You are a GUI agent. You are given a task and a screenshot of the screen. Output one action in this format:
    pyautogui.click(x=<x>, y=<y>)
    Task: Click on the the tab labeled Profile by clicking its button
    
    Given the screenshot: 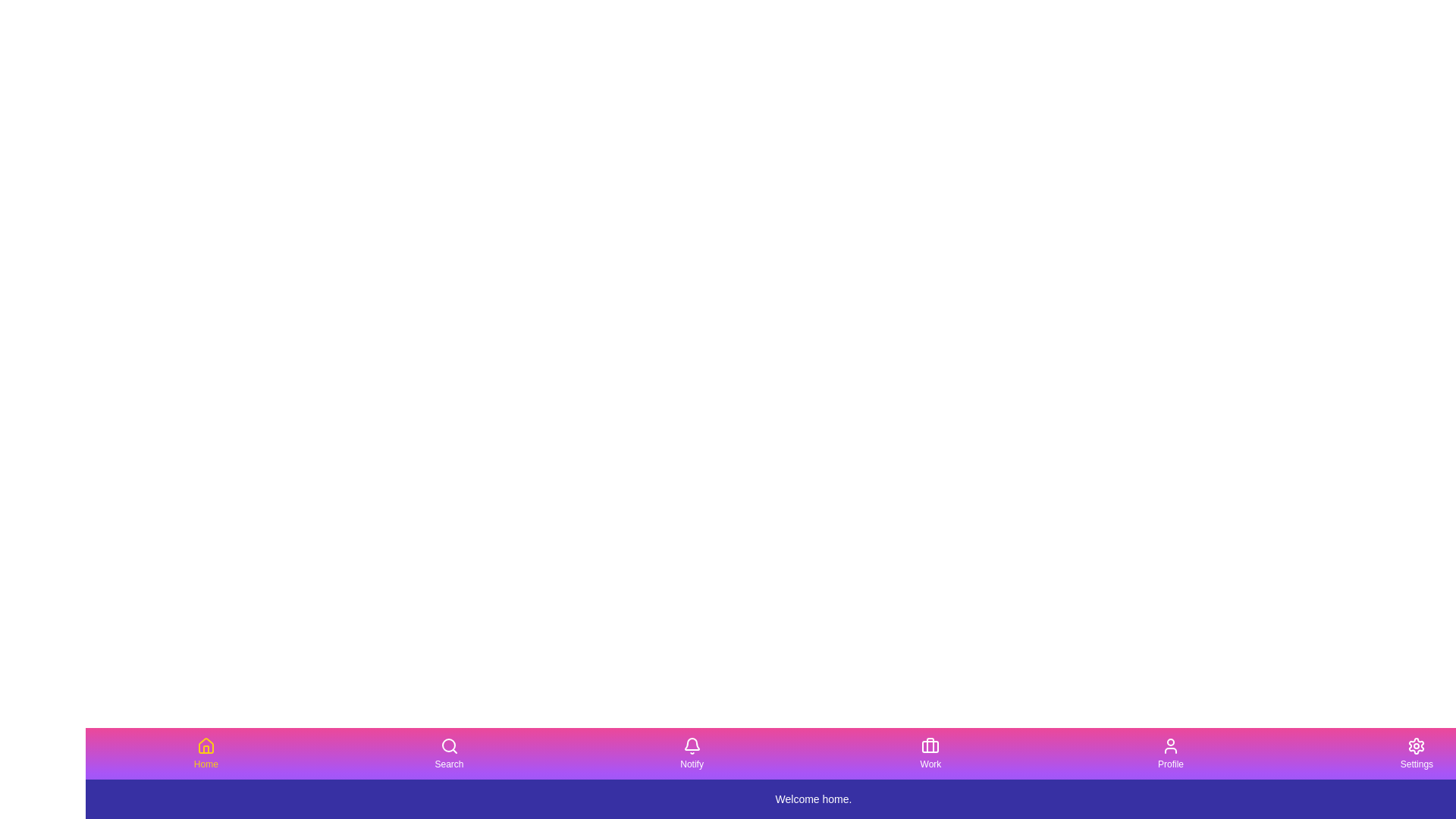 What is the action you would take?
    pyautogui.click(x=1170, y=754)
    